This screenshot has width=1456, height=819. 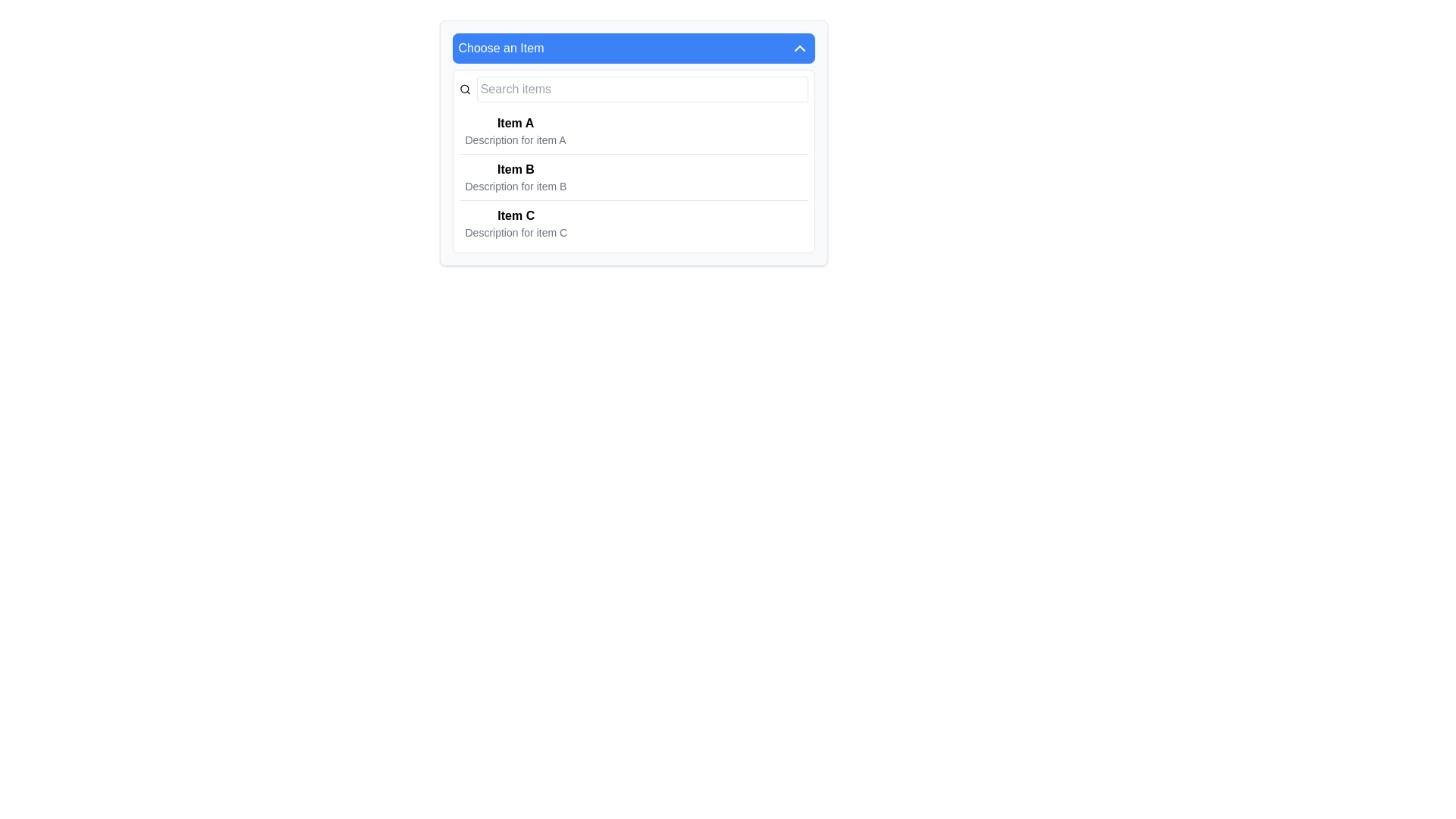 What do you see at coordinates (633, 130) in the screenshot?
I see `the selectable list item 'Item A' in the dropdown` at bounding box center [633, 130].